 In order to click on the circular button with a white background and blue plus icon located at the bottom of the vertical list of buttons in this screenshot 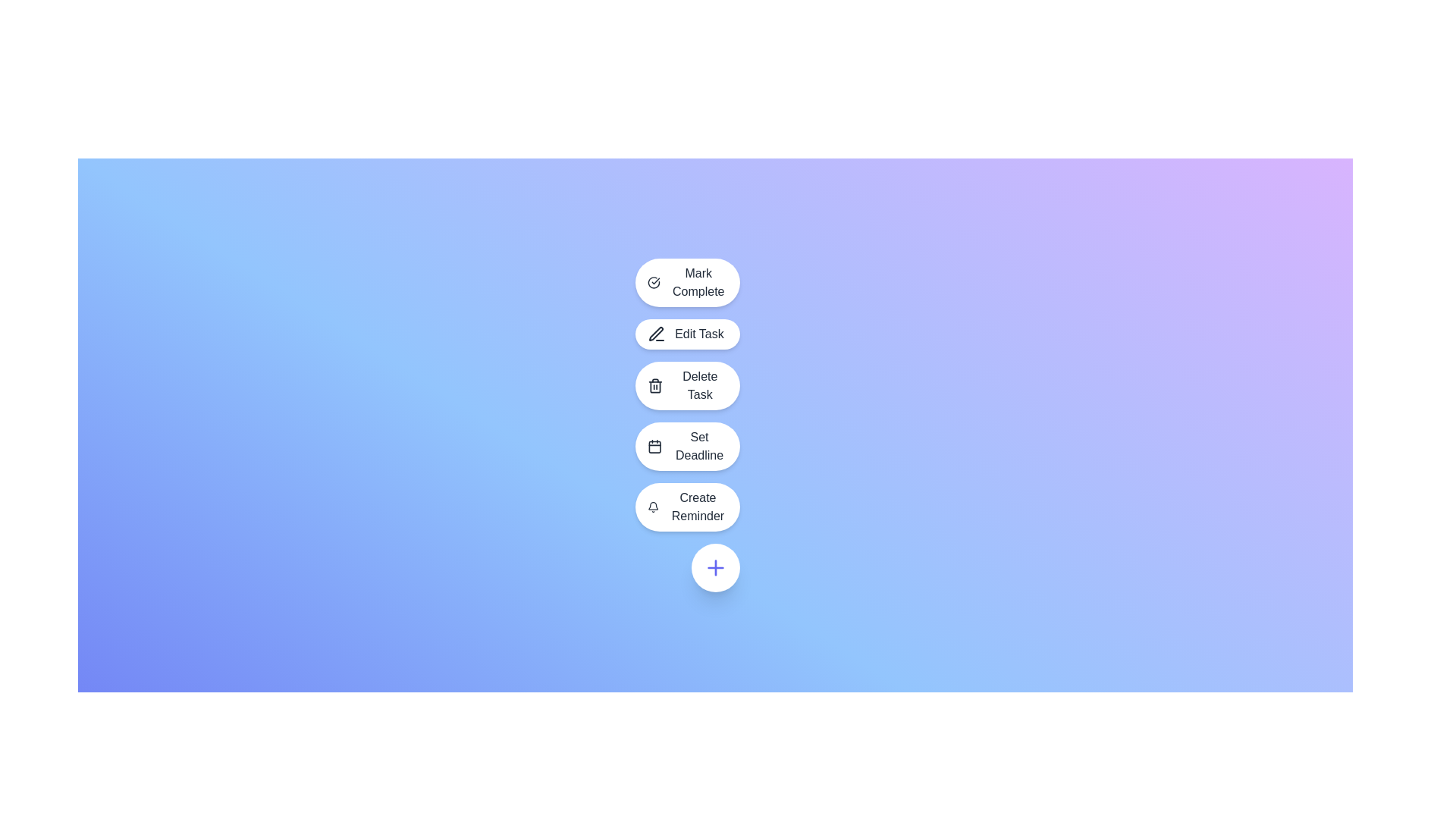, I will do `click(714, 567)`.